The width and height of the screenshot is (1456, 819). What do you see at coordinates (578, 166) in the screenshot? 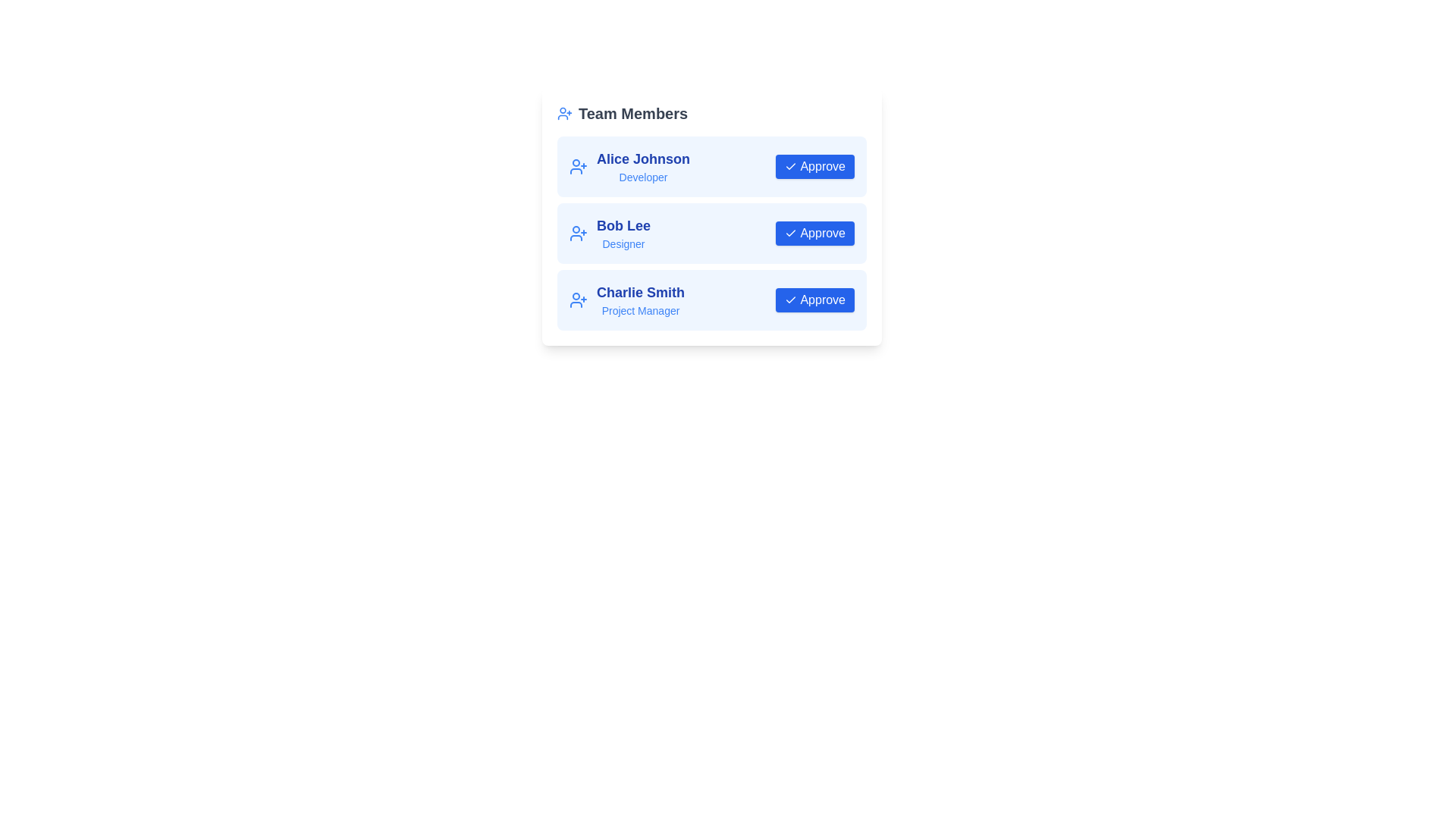
I see `the user-related SVG Icon associated with user management located at the top left corner of the 'Alice Johnson' box, near the text 'Alice Johnson Developer'` at bounding box center [578, 166].